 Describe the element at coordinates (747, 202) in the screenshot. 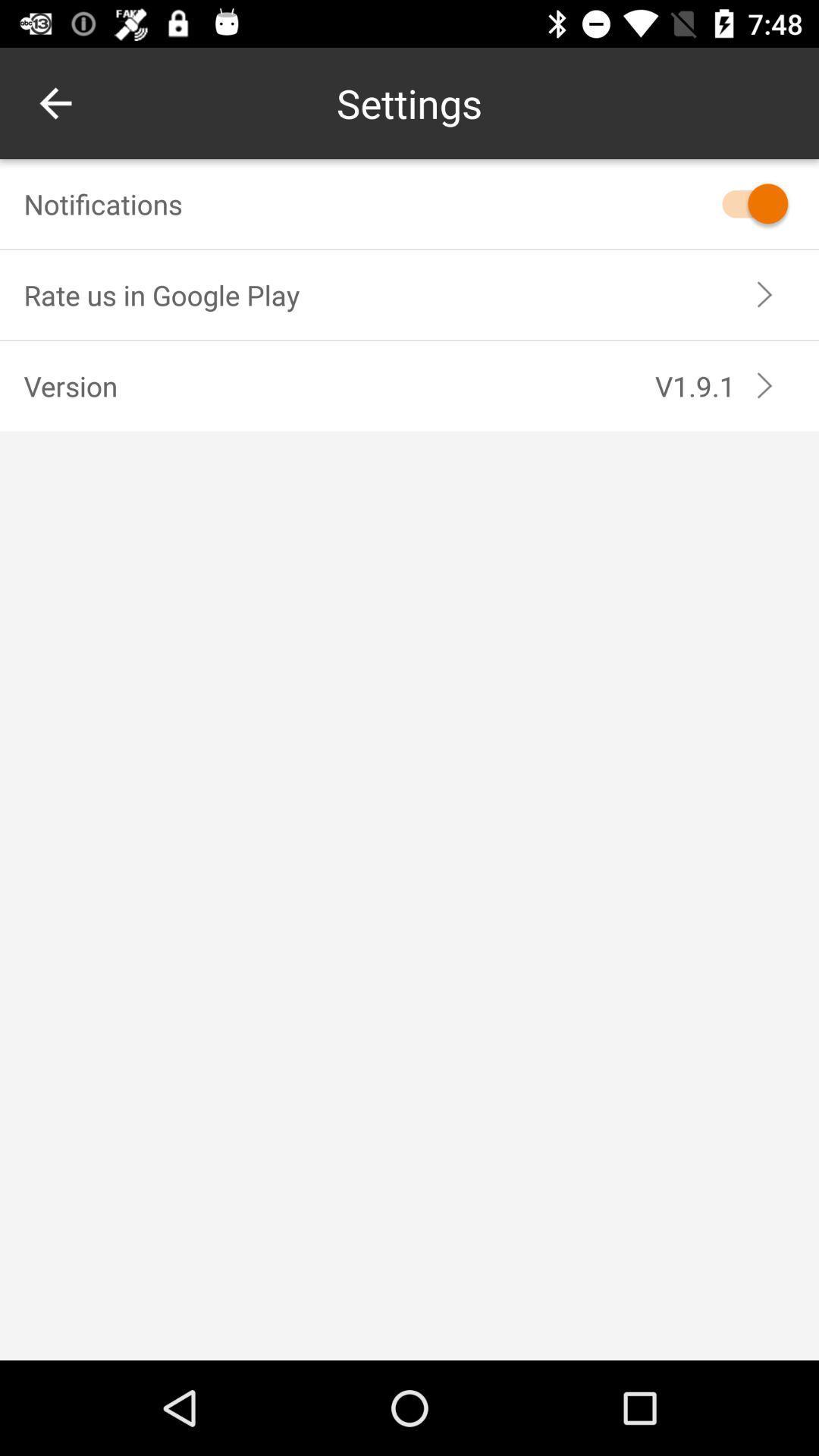

I see `icon next to notifications` at that location.